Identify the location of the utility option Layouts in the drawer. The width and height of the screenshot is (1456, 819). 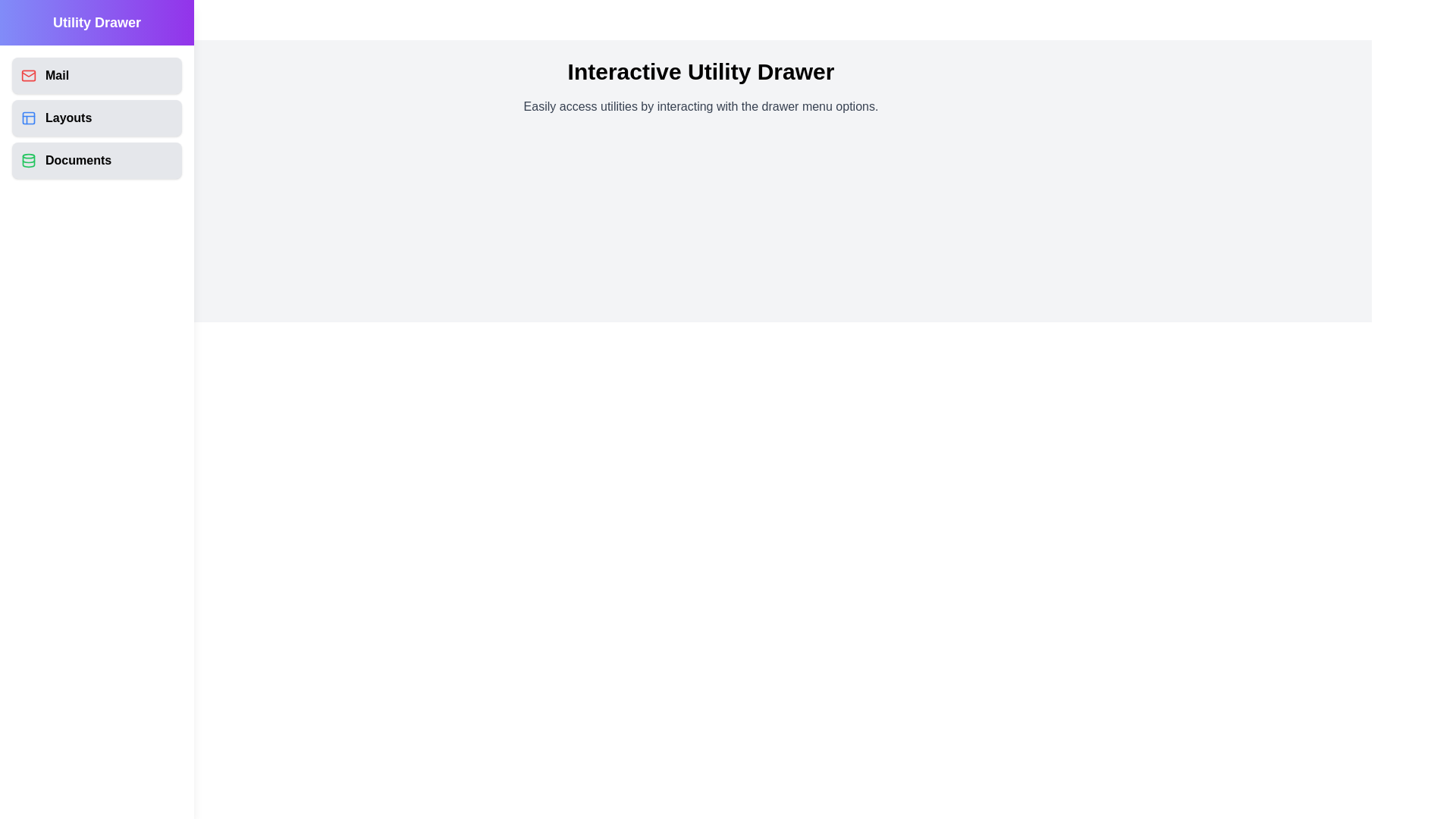
(96, 117).